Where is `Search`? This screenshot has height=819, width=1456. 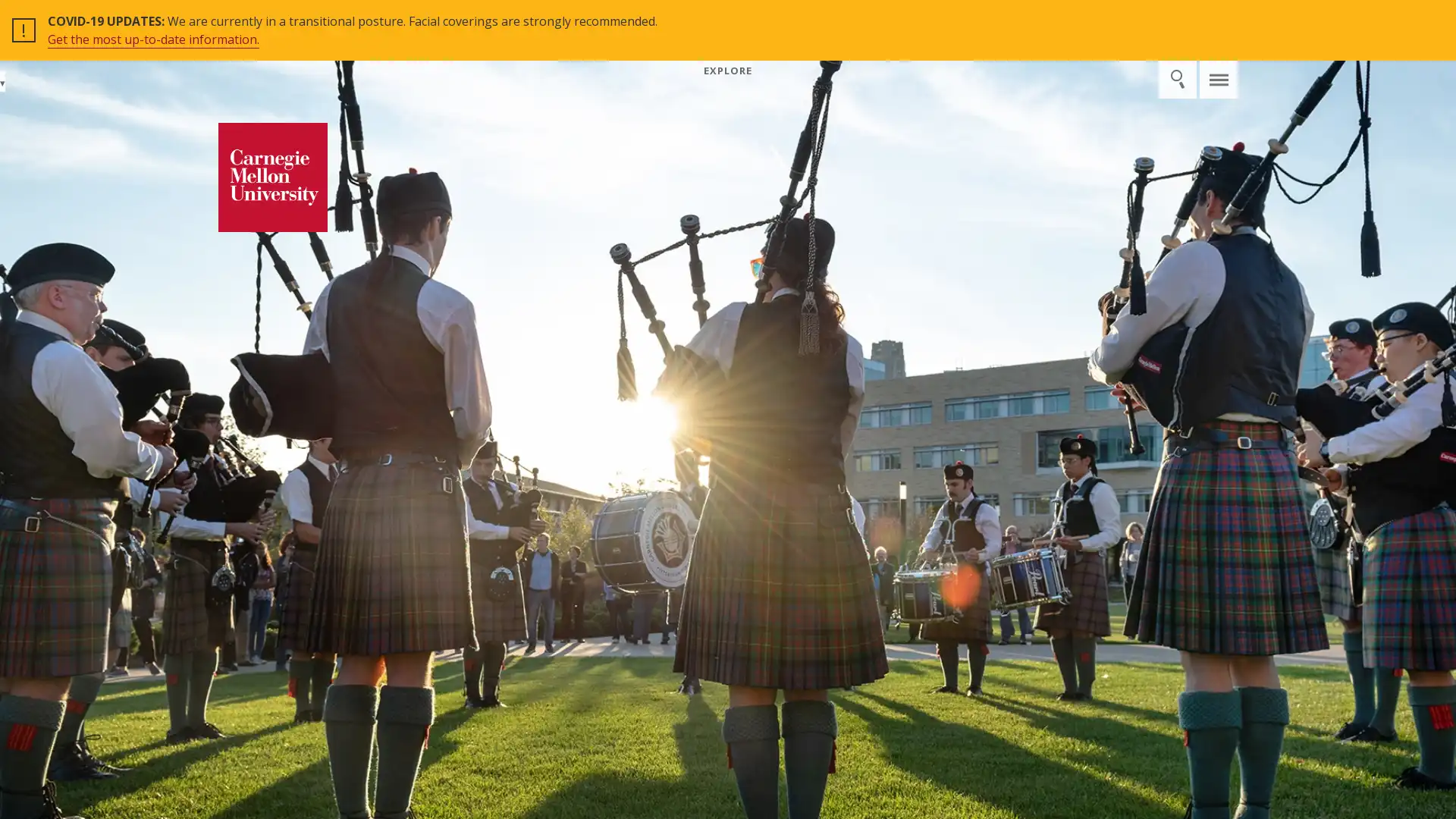
Search is located at coordinates (1176, 79).